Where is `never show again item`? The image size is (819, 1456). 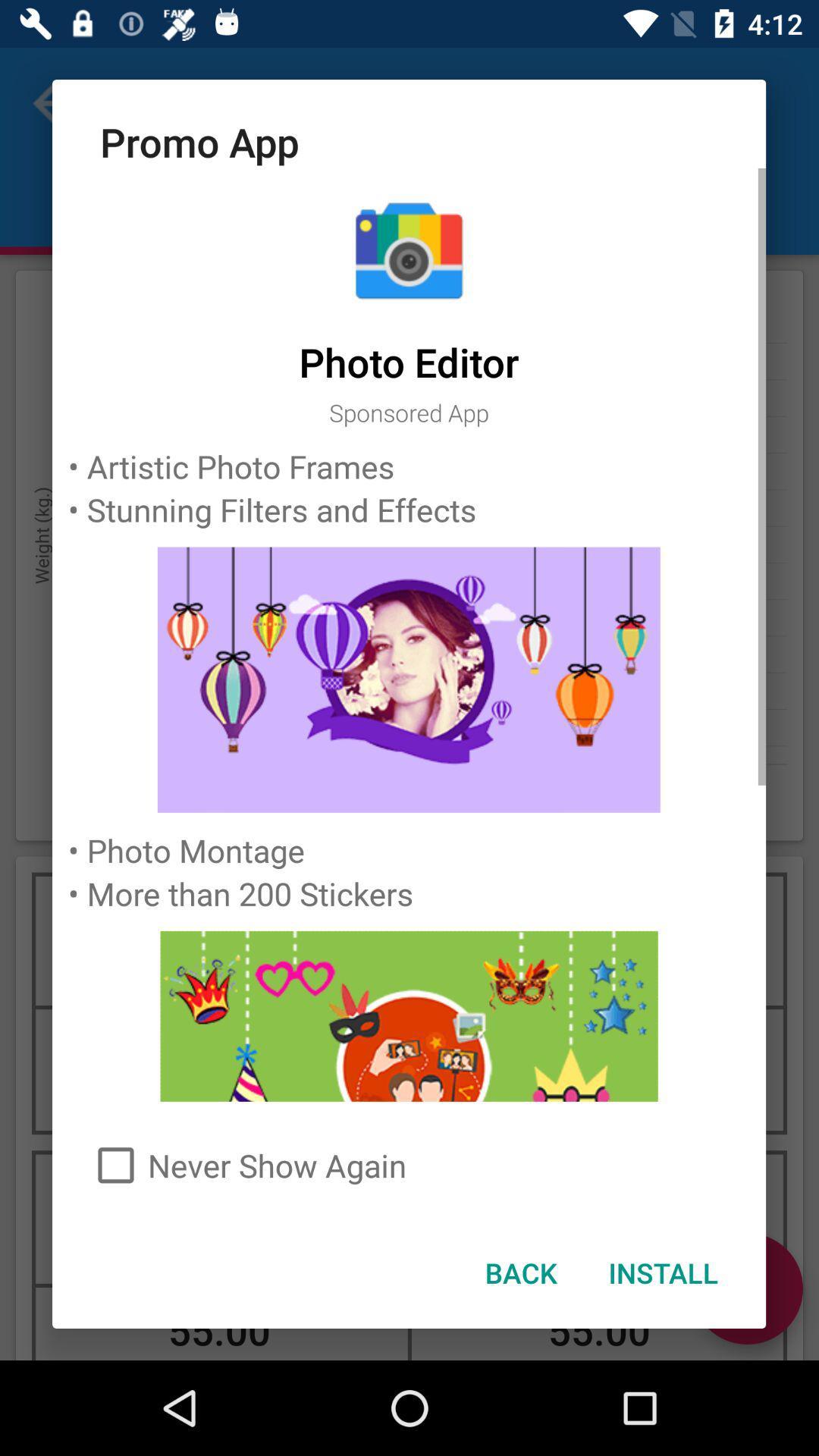 never show again item is located at coordinates (408, 1164).